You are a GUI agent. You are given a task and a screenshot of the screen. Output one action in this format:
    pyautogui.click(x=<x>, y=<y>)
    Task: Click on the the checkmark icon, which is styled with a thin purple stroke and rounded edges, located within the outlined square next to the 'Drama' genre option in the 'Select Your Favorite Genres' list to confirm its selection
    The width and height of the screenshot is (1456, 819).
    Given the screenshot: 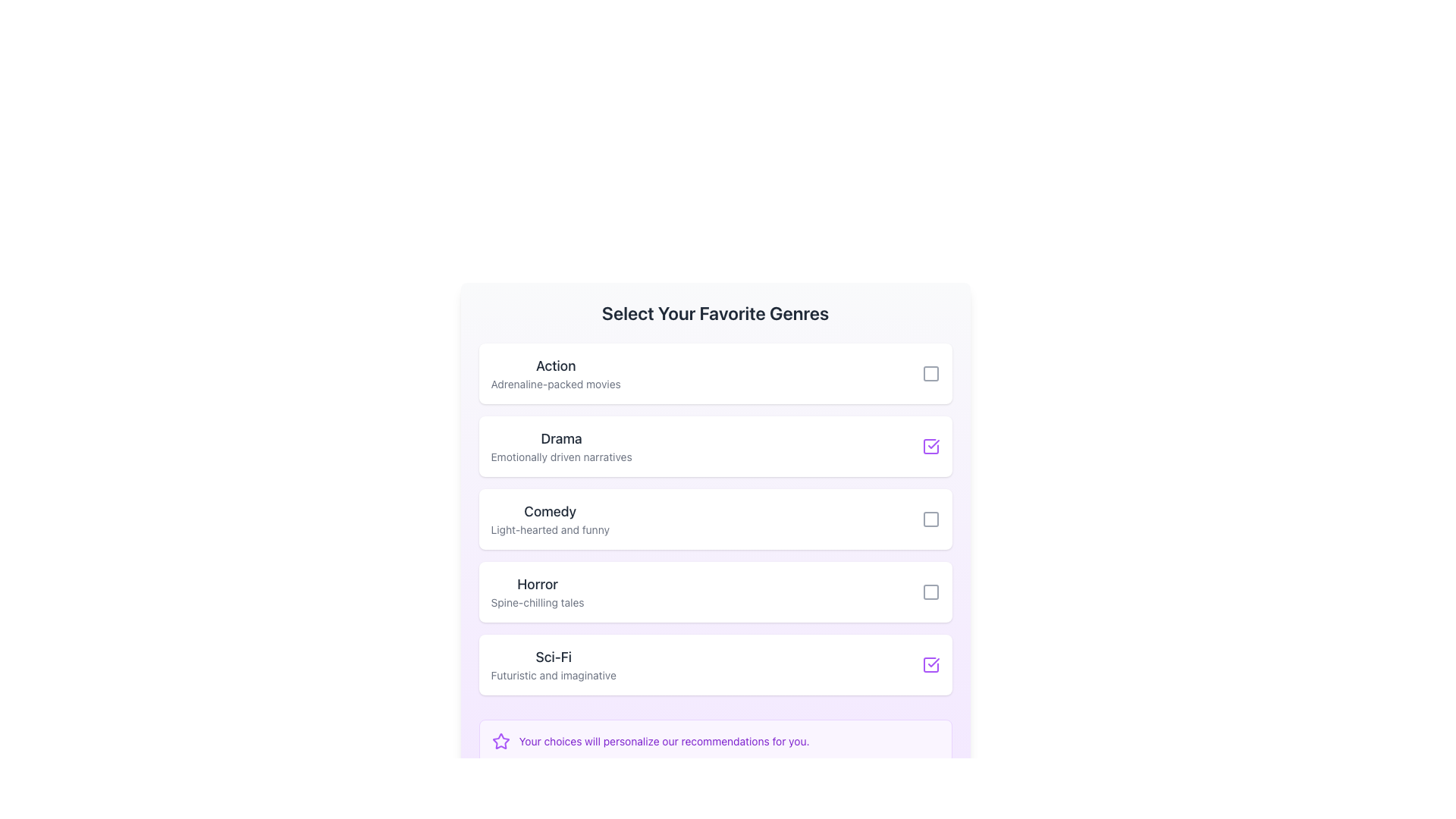 What is the action you would take?
    pyautogui.click(x=932, y=444)
    